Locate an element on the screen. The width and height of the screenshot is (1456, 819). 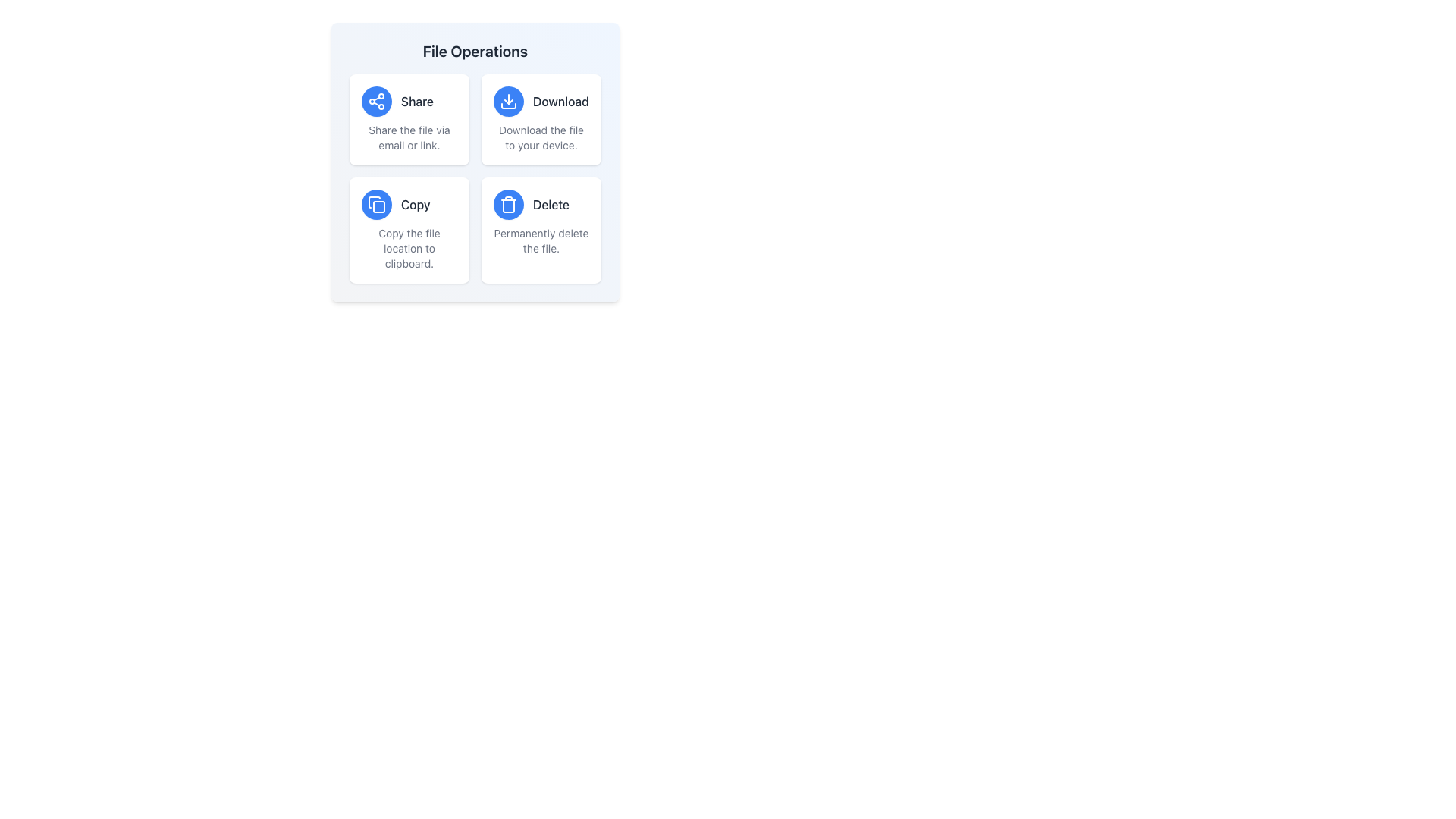
the 'Copy' button located in the bottom-left segment of the 'File Operations' grid is located at coordinates (377, 205).